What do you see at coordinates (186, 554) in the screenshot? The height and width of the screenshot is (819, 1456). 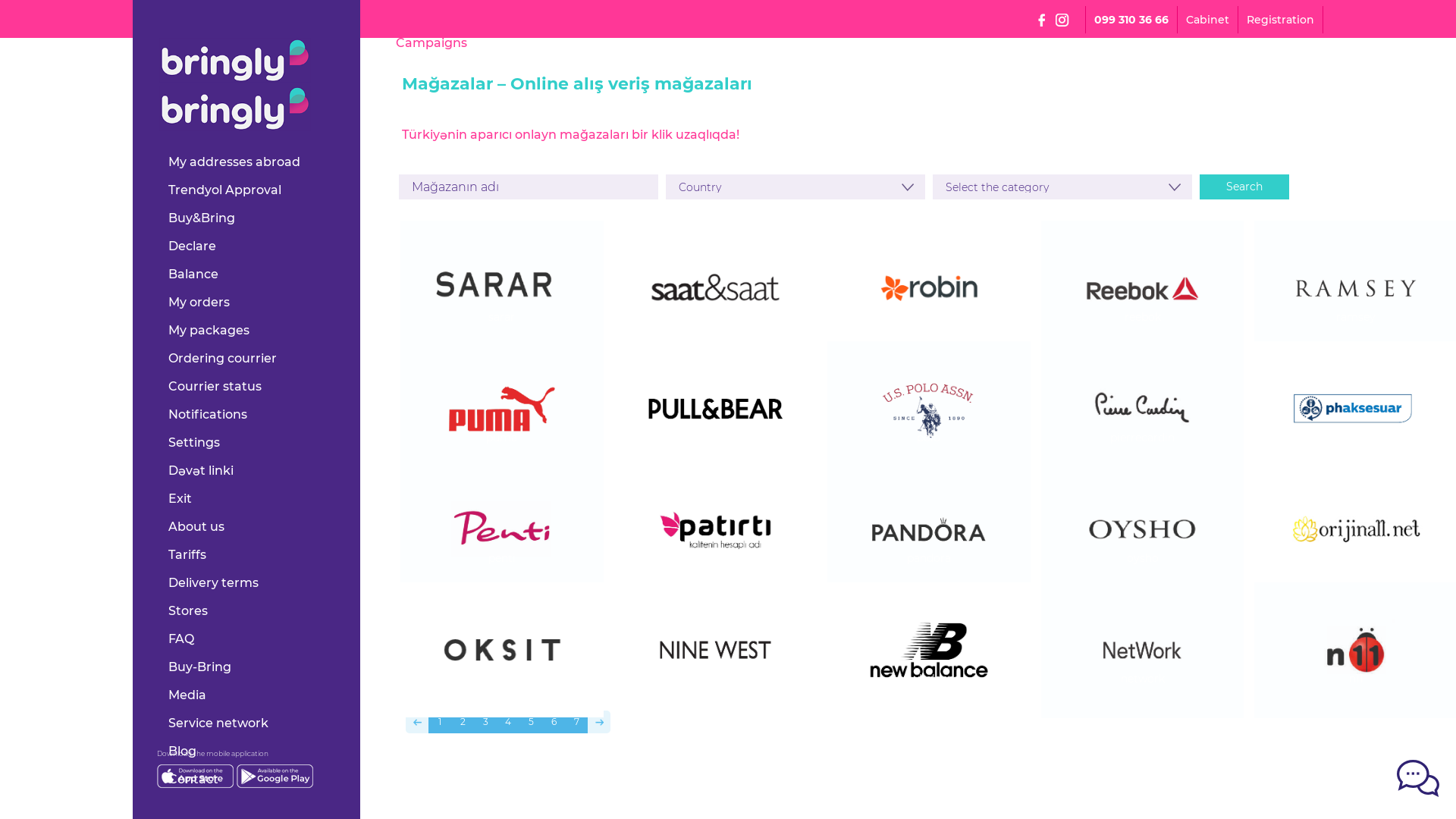 I see `'Tariffs'` at bounding box center [186, 554].